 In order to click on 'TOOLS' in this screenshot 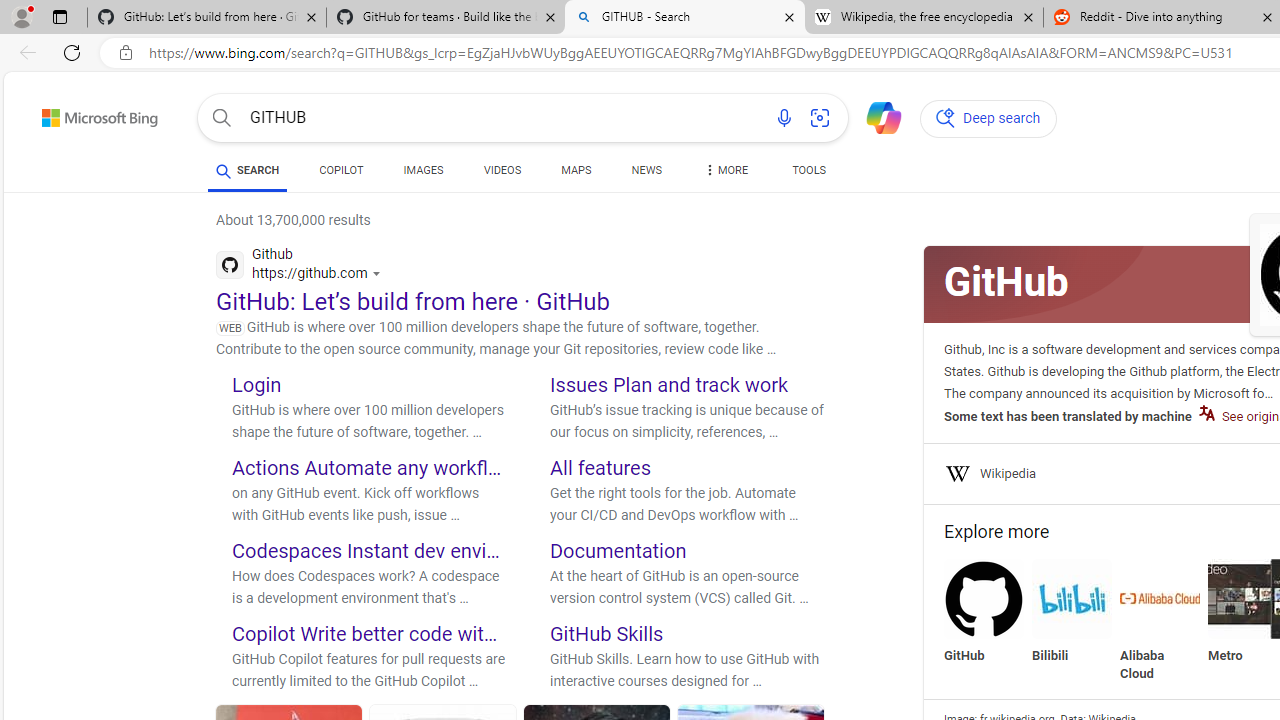, I will do `click(808, 170)`.